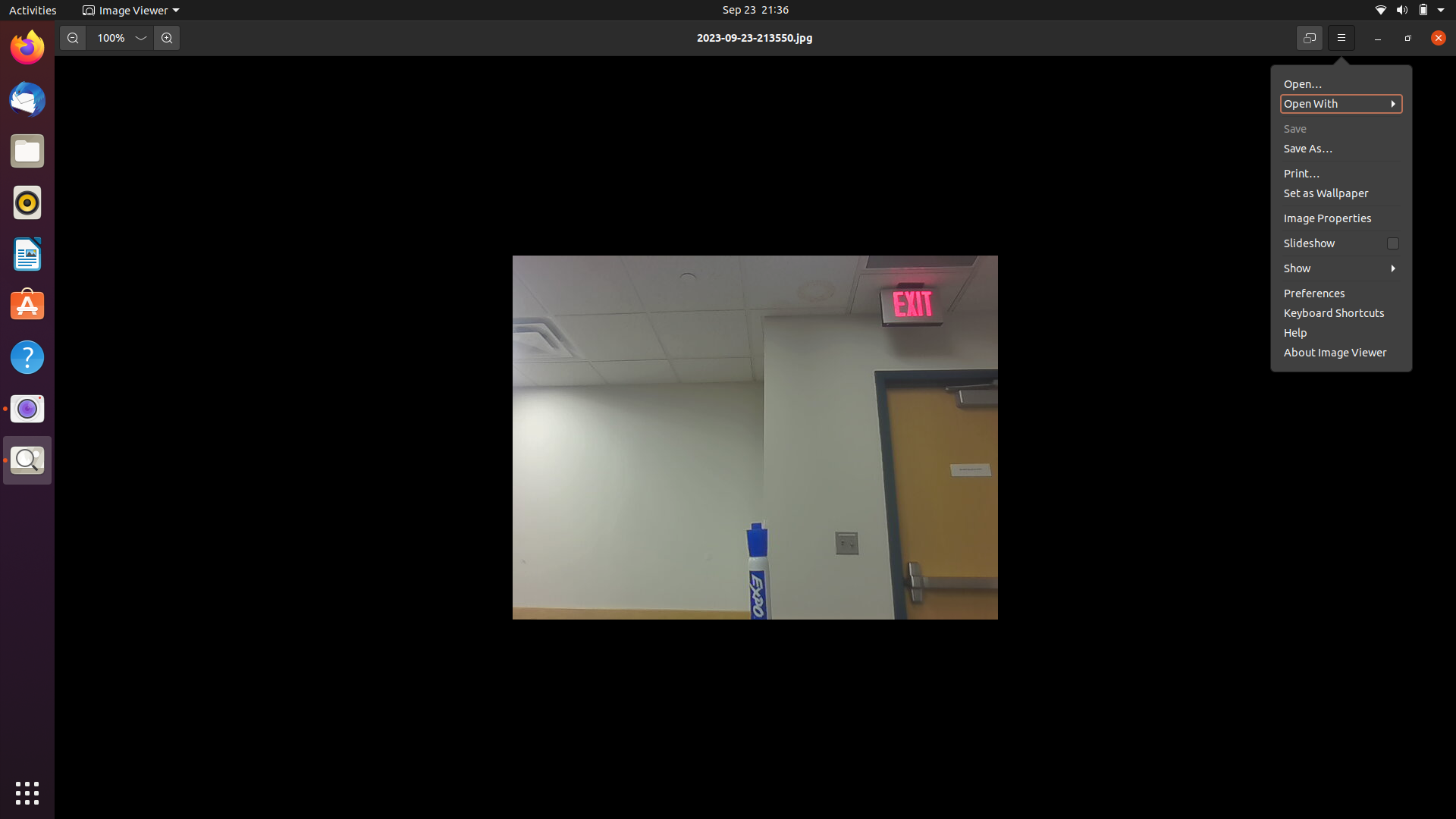  Describe the element at coordinates (71, 37) in the screenshot. I see `Zoom out the image once` at that location.